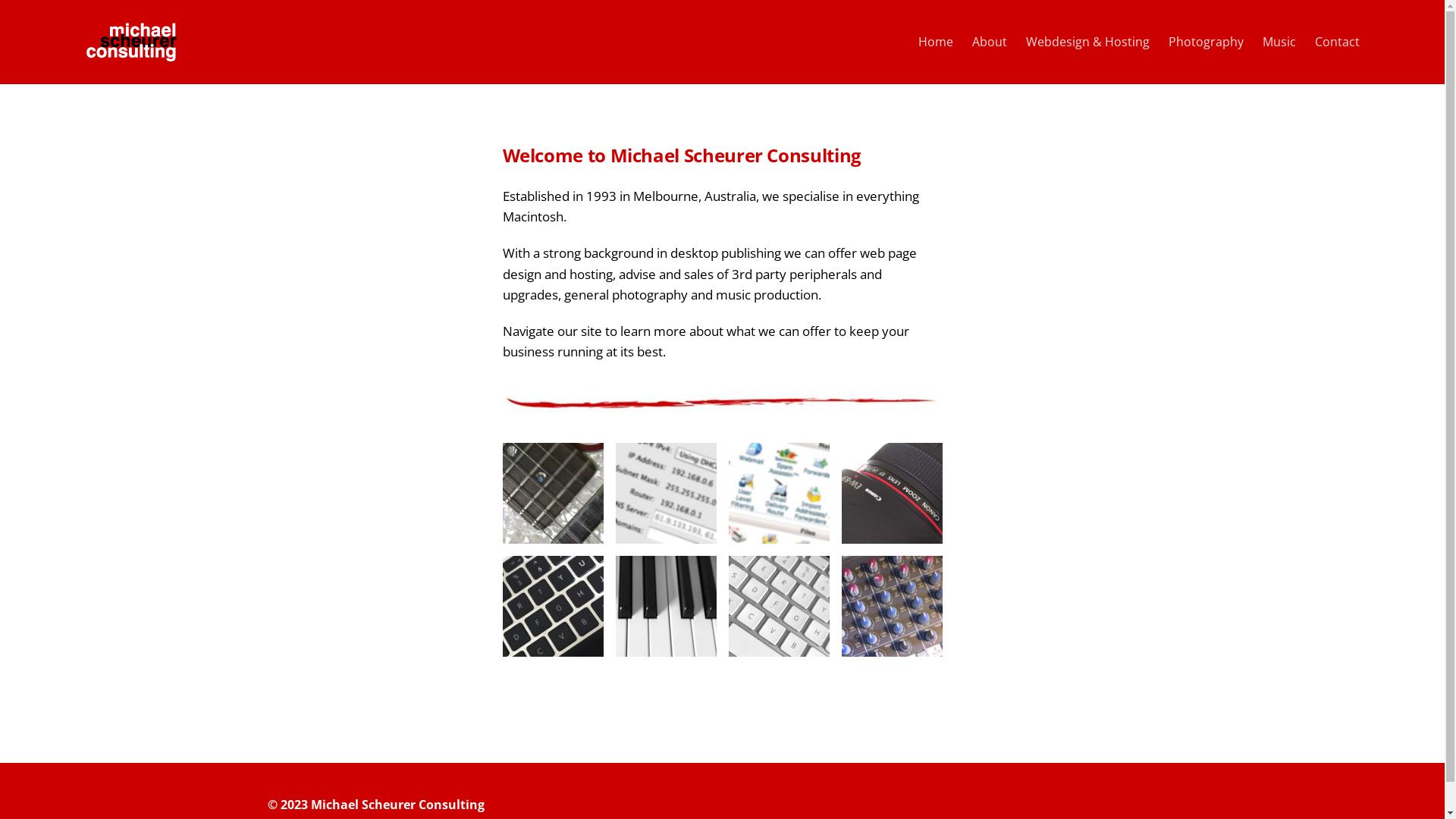  Describe the element at coordinates (934, 41) in the screenshot. I see `'Home'` at that location.